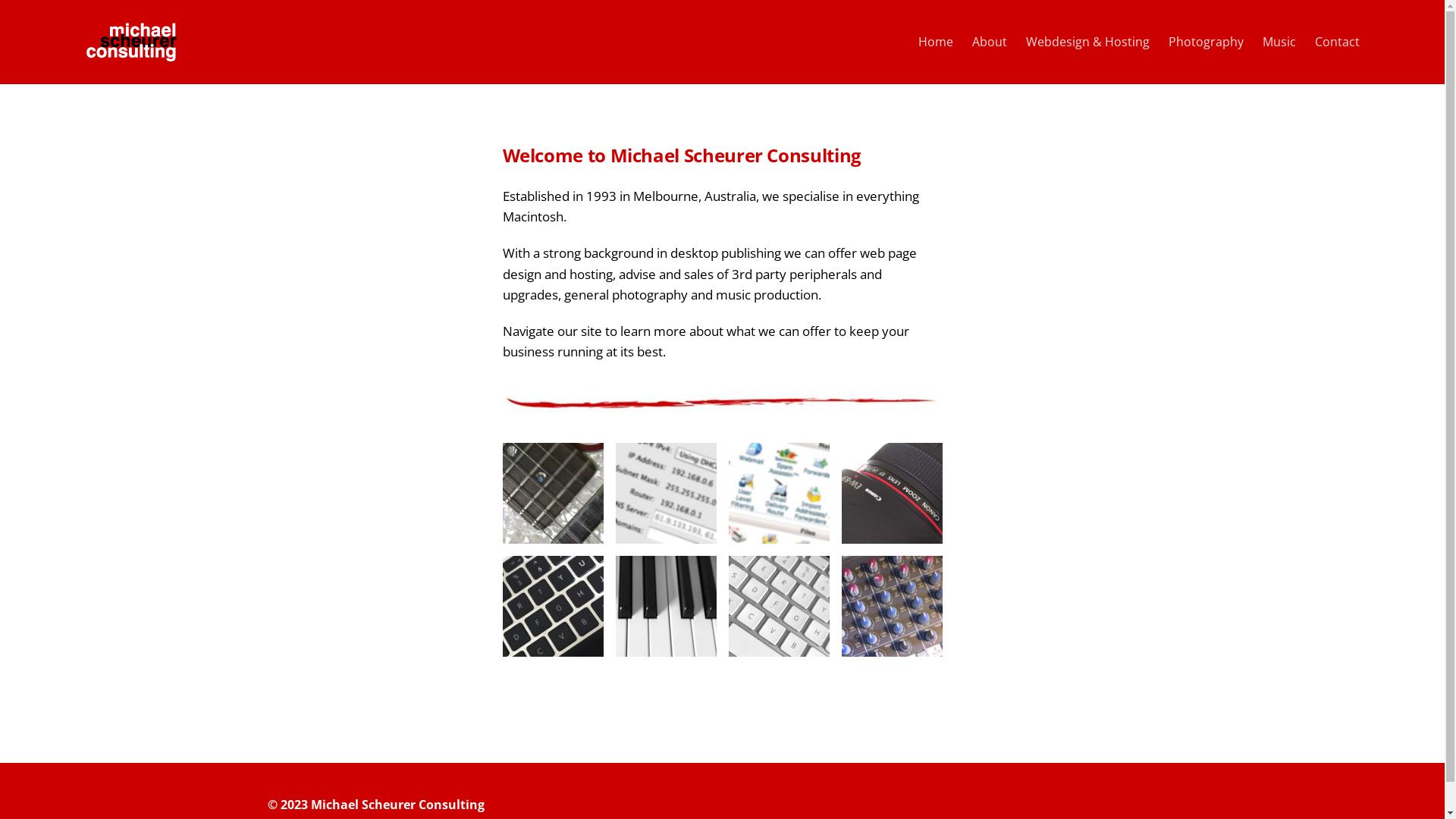  Describe the element at coordinates (934, 41) in the screenshot. I see `'Home'` at that location.